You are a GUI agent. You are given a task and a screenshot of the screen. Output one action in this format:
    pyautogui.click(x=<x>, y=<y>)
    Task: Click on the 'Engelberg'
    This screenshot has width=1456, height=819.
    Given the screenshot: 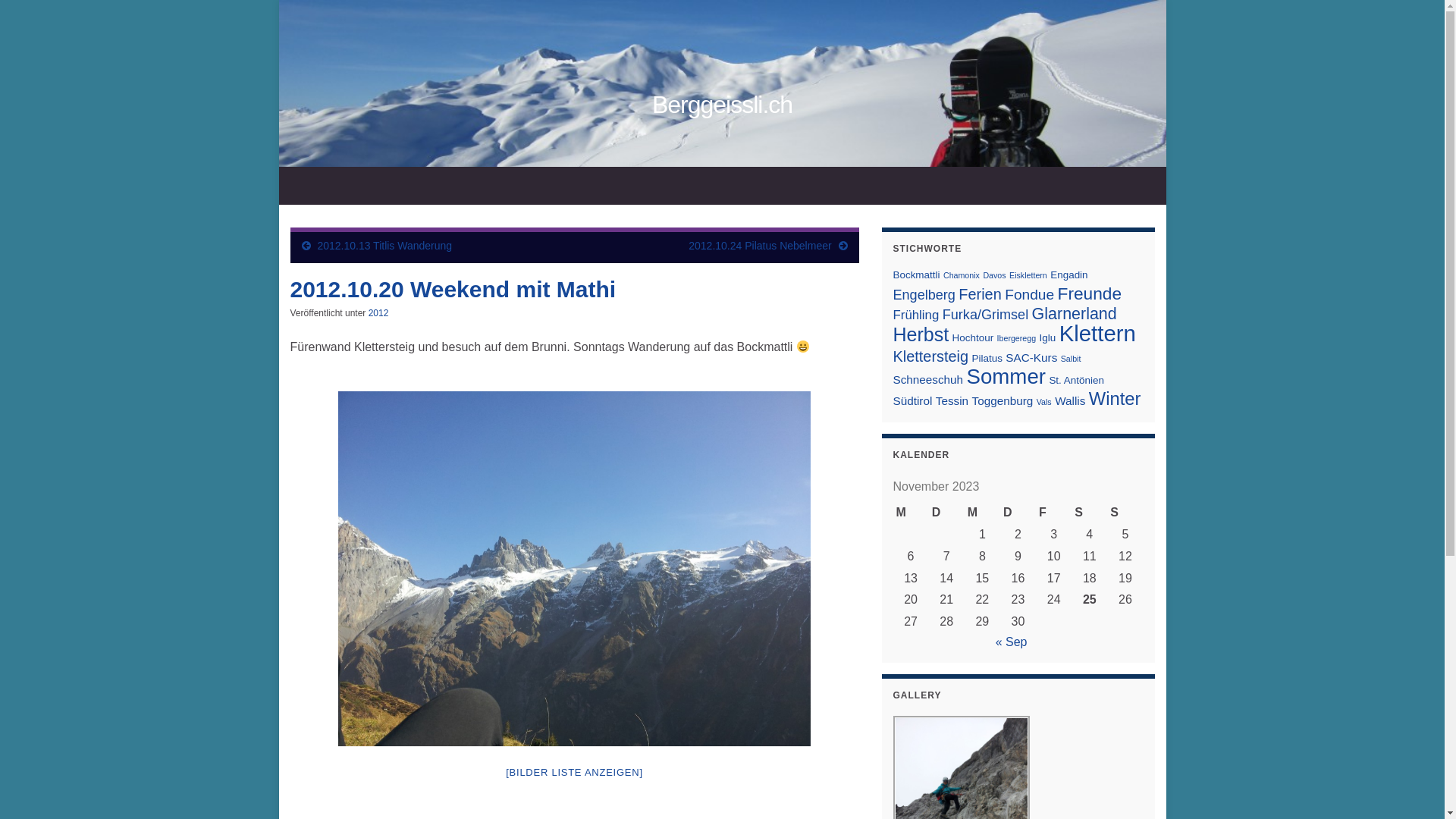 What is the action you would take?
    pyautogui.click(x=893, y=295)
    